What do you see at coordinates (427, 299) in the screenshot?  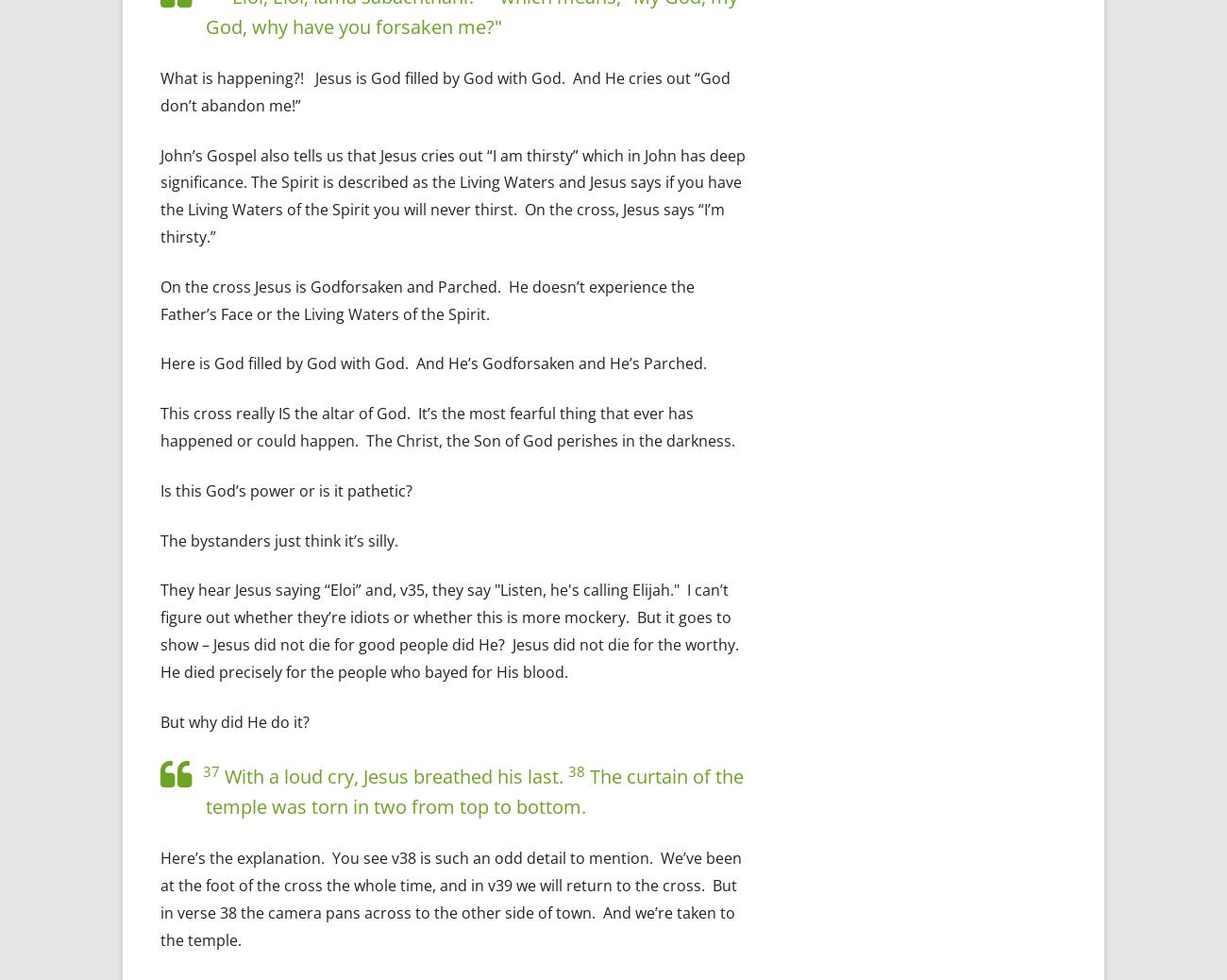 I see `'On the cross Jesus is Godforsaken and Parched.  He doesn’t experience the Father’s Face or the Living Waters of the Spirit.'` at bounding box center [427, 299].